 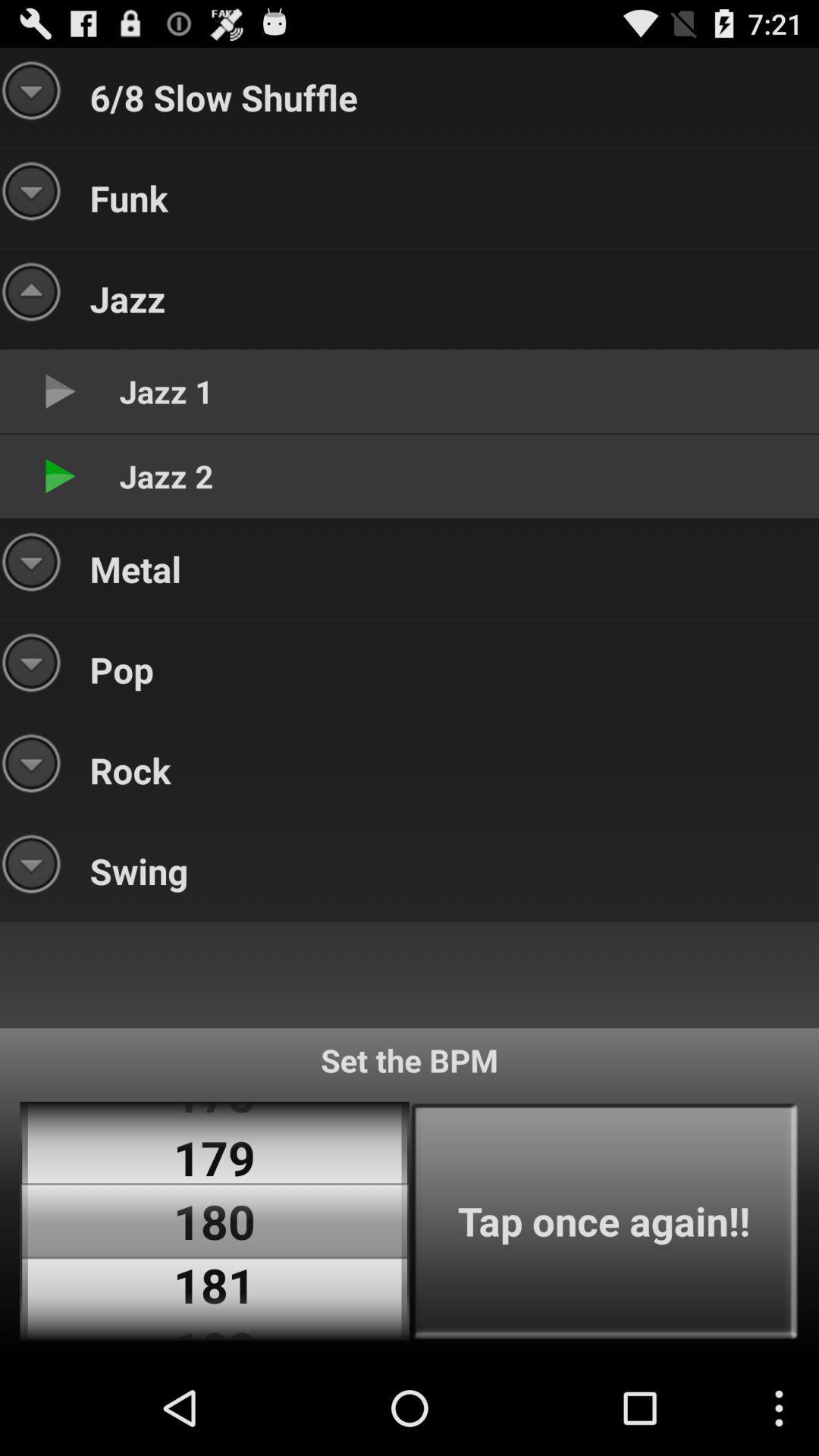 What do you see at coordinates (604, 1221) in the screenshot?
I see `tap once again icon` at bounding box center [604, 1221].